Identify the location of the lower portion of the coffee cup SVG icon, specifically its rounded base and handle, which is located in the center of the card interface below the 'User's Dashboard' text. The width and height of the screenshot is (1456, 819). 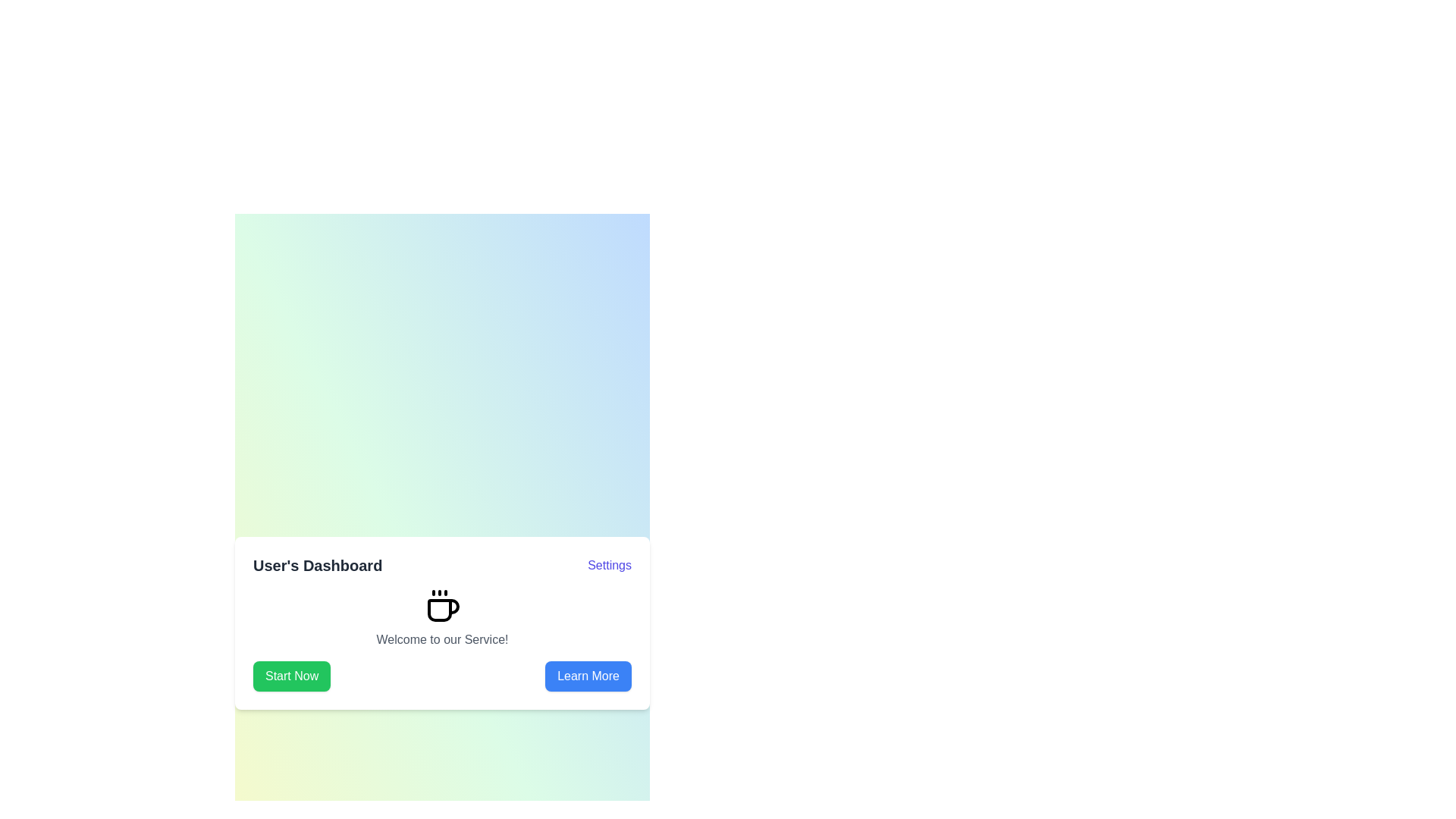
(442, 610).